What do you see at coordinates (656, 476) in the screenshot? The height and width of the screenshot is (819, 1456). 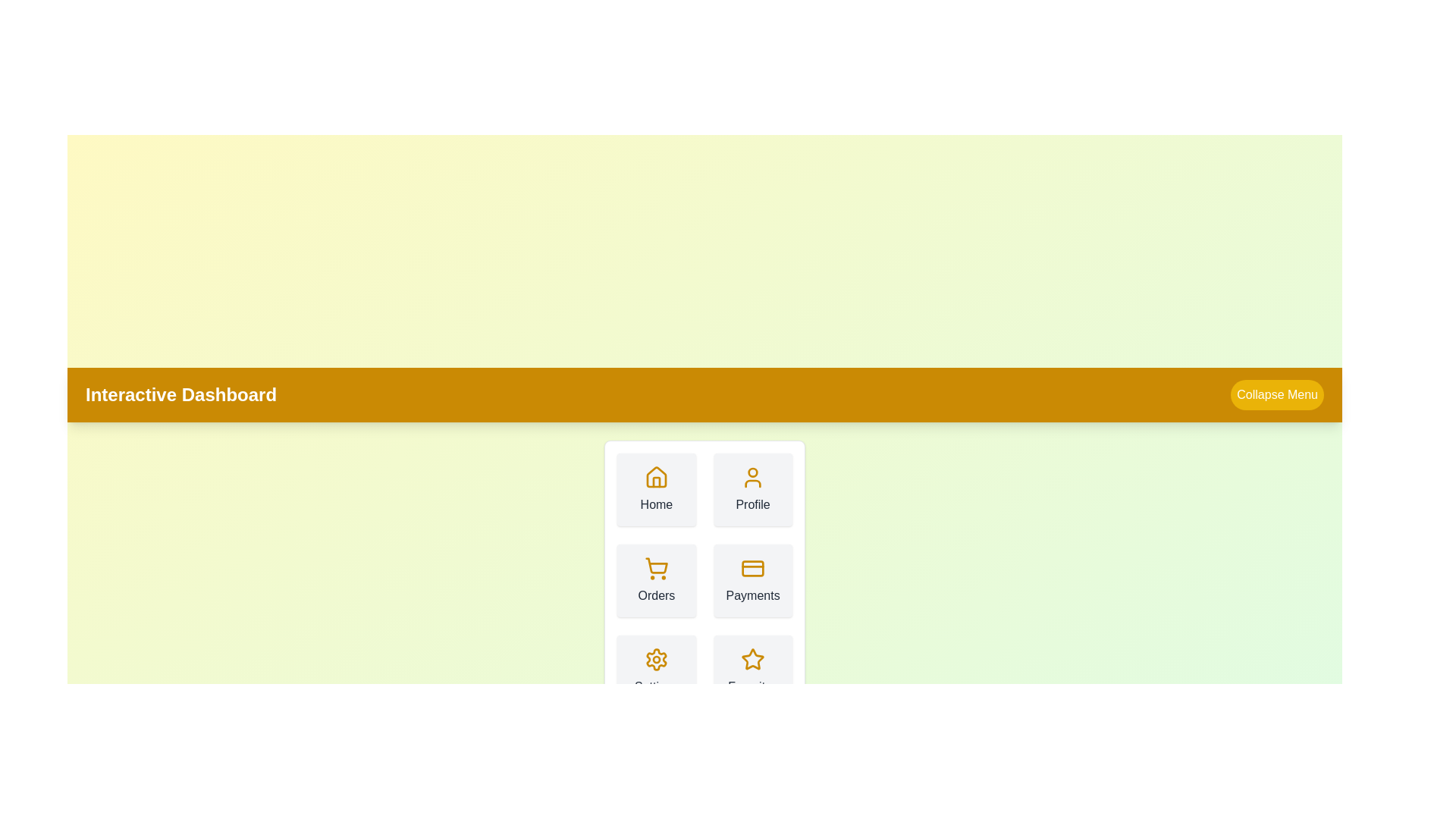 I see `the icon corresponding to Home` at bounding box center [656, 476].